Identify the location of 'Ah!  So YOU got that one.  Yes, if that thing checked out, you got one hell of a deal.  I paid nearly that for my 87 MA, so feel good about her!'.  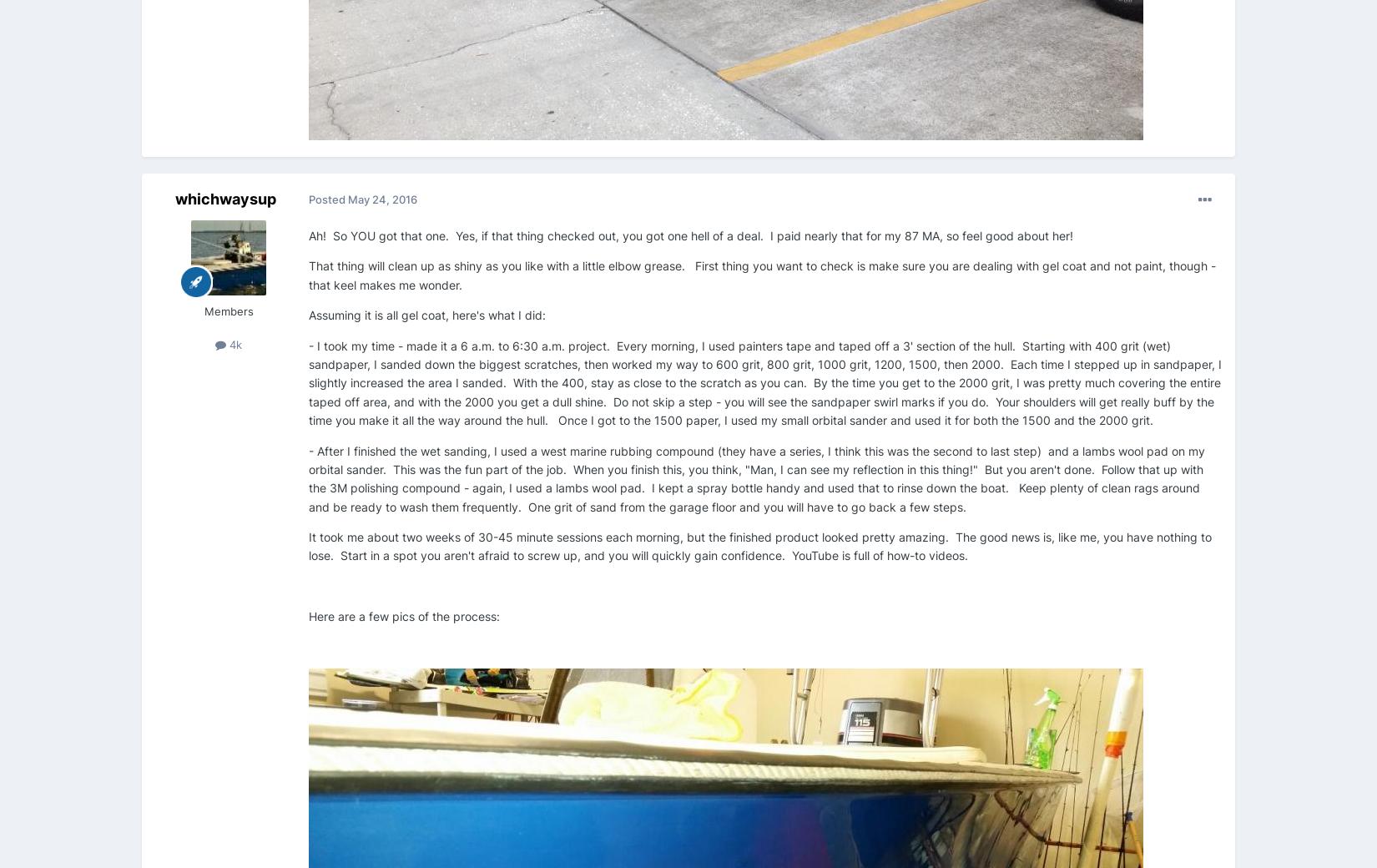
(694, 235).